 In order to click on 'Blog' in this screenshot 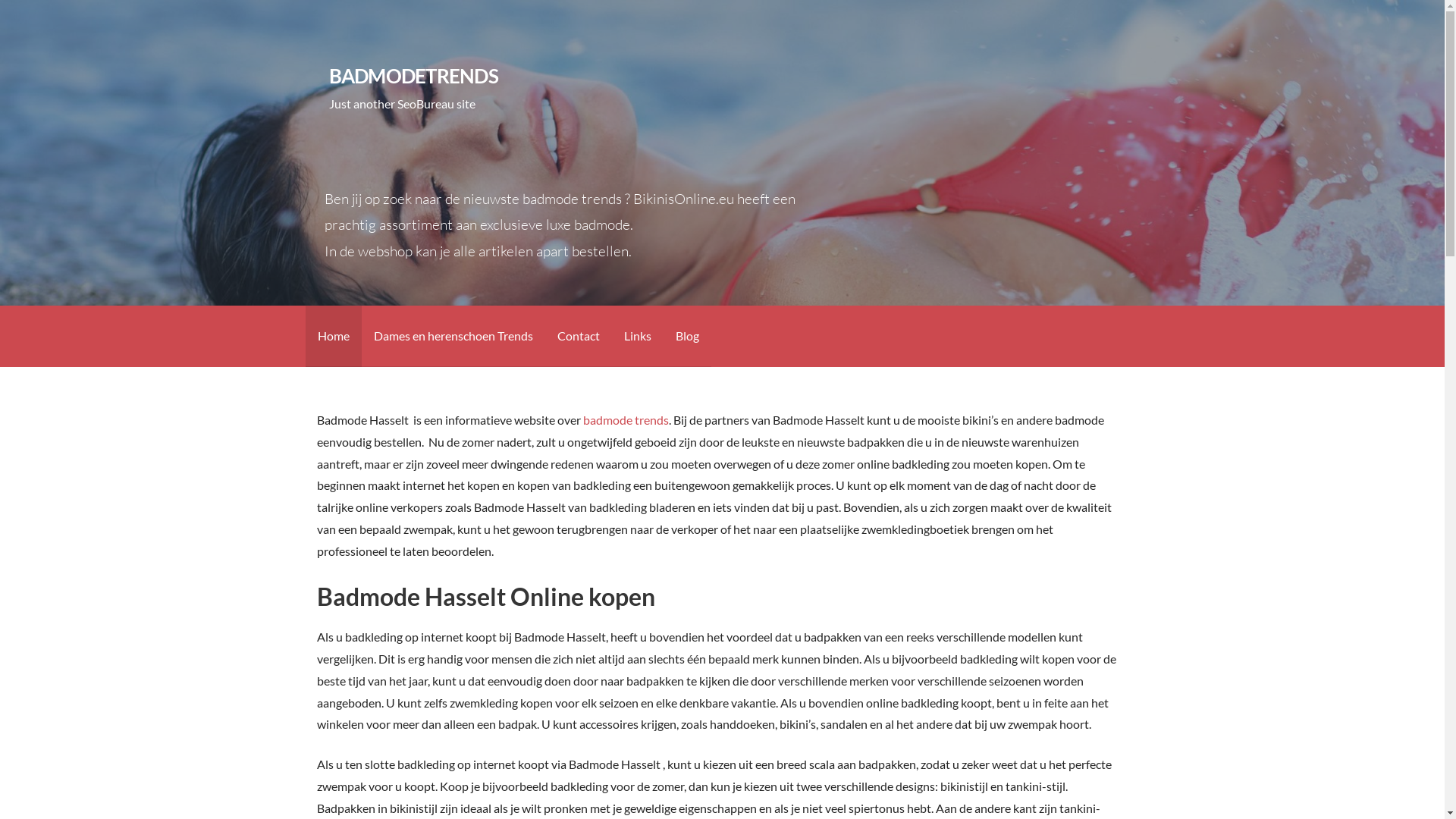, I will do `click(686, 335)`.